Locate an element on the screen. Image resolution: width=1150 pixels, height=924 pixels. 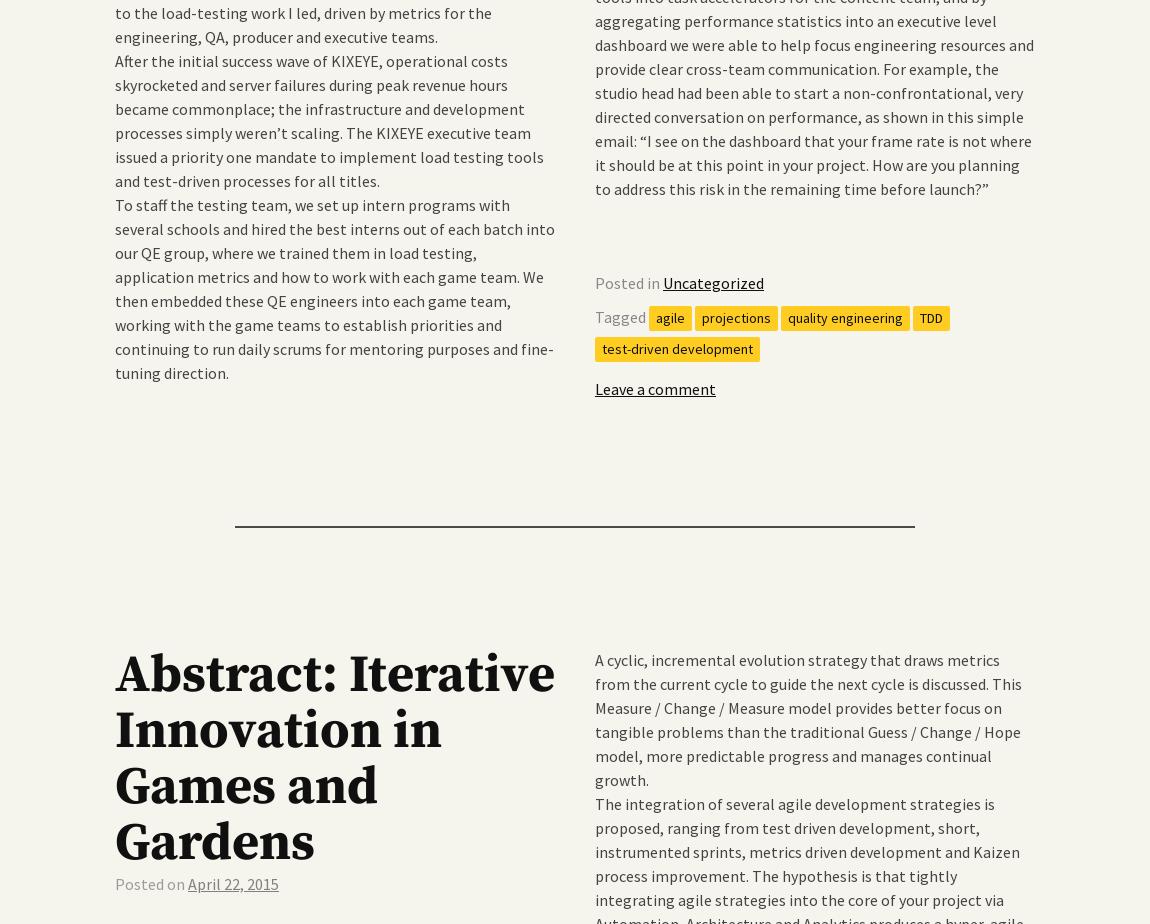
'A cyclic, incremental evolution strategy that draws metrics from the current cycle to guide the next cycle is discussed. This Measure / Change / Measure model provides better focus on tangible problems than the traditional Guess / Change / Hope model, more predictable progress and manages continual growth.' is located at coordinates (807, 718).